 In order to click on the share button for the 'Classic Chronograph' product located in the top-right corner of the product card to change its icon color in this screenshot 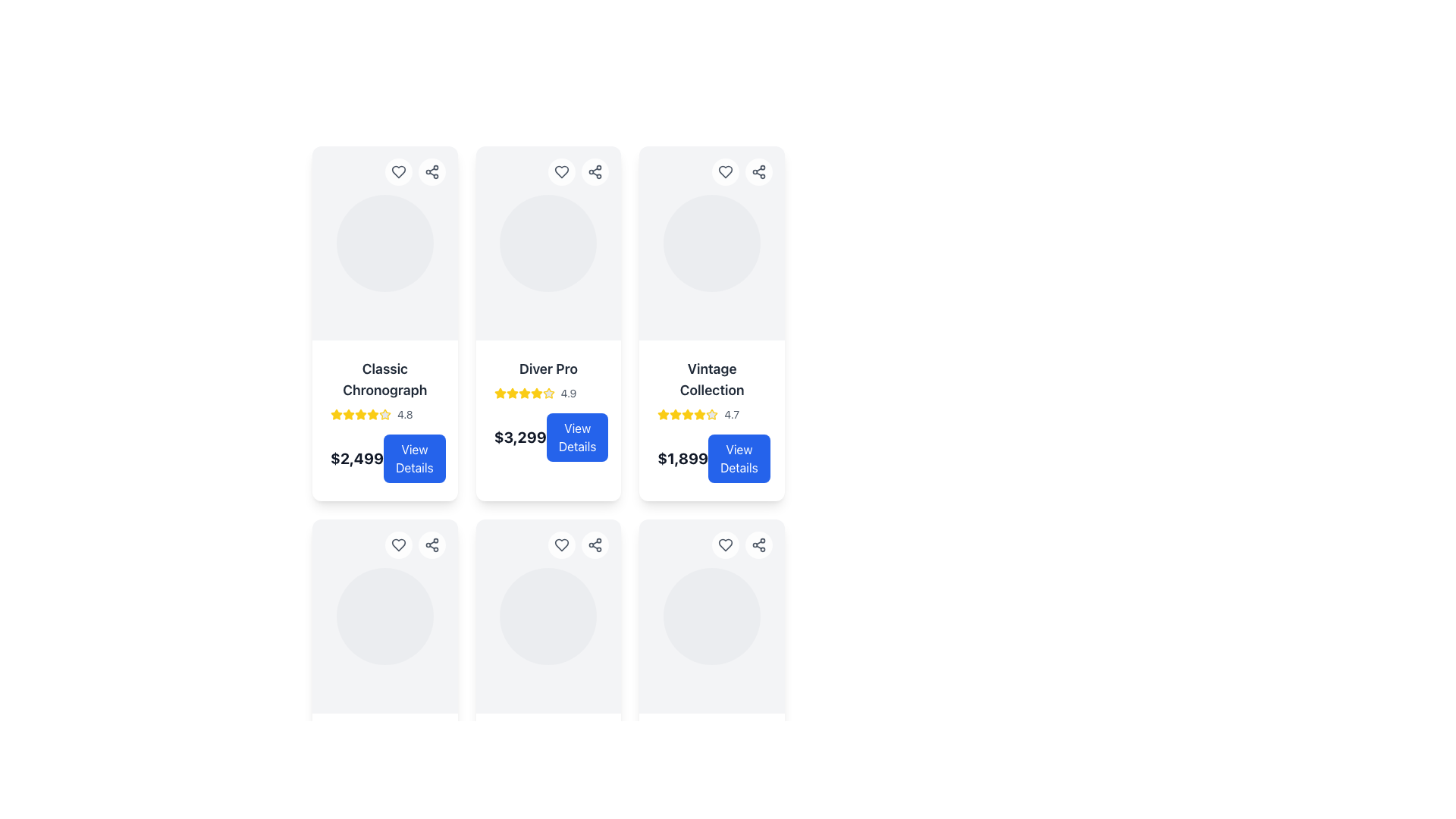, I will do `click(431, 171)`.